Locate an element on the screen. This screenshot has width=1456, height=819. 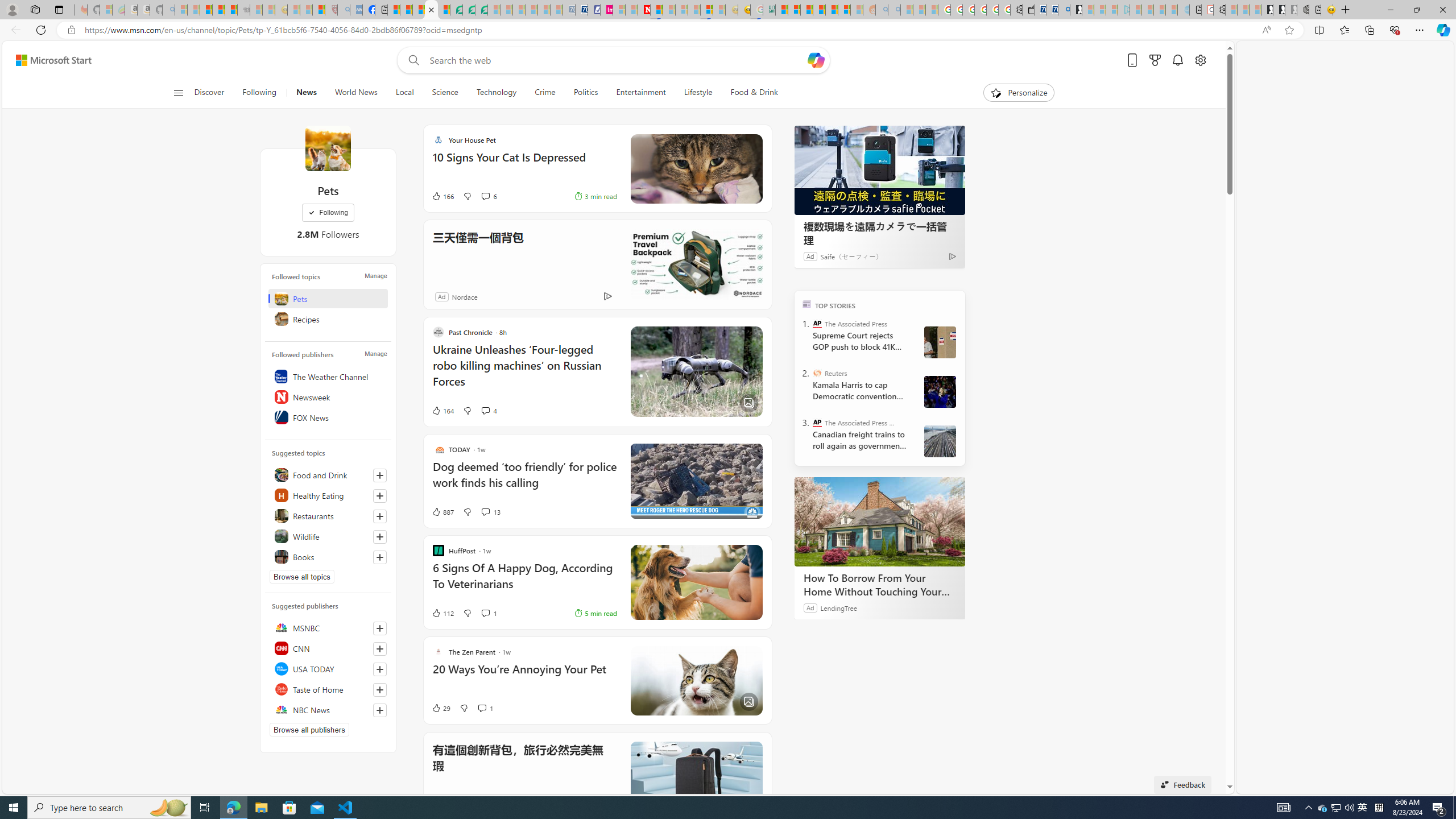
'Follow this topic' is located at coordinates (380, 556).